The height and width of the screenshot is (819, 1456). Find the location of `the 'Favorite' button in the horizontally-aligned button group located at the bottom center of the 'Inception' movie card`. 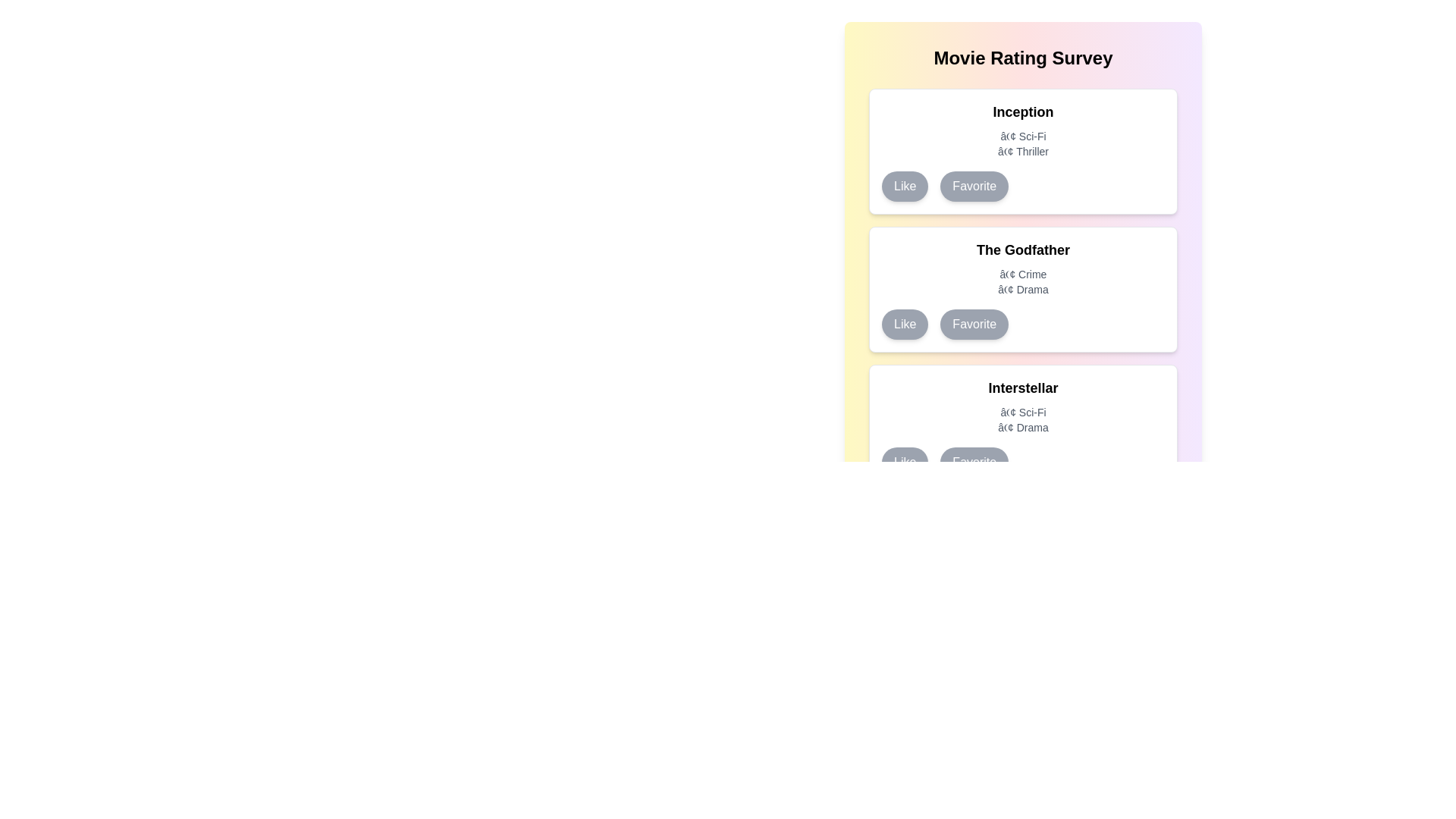

the 'Favorite' button in the horizontally-aligned button group located at the bottom center of the 'Inception' movie card is located at coordinates (1023, 186).